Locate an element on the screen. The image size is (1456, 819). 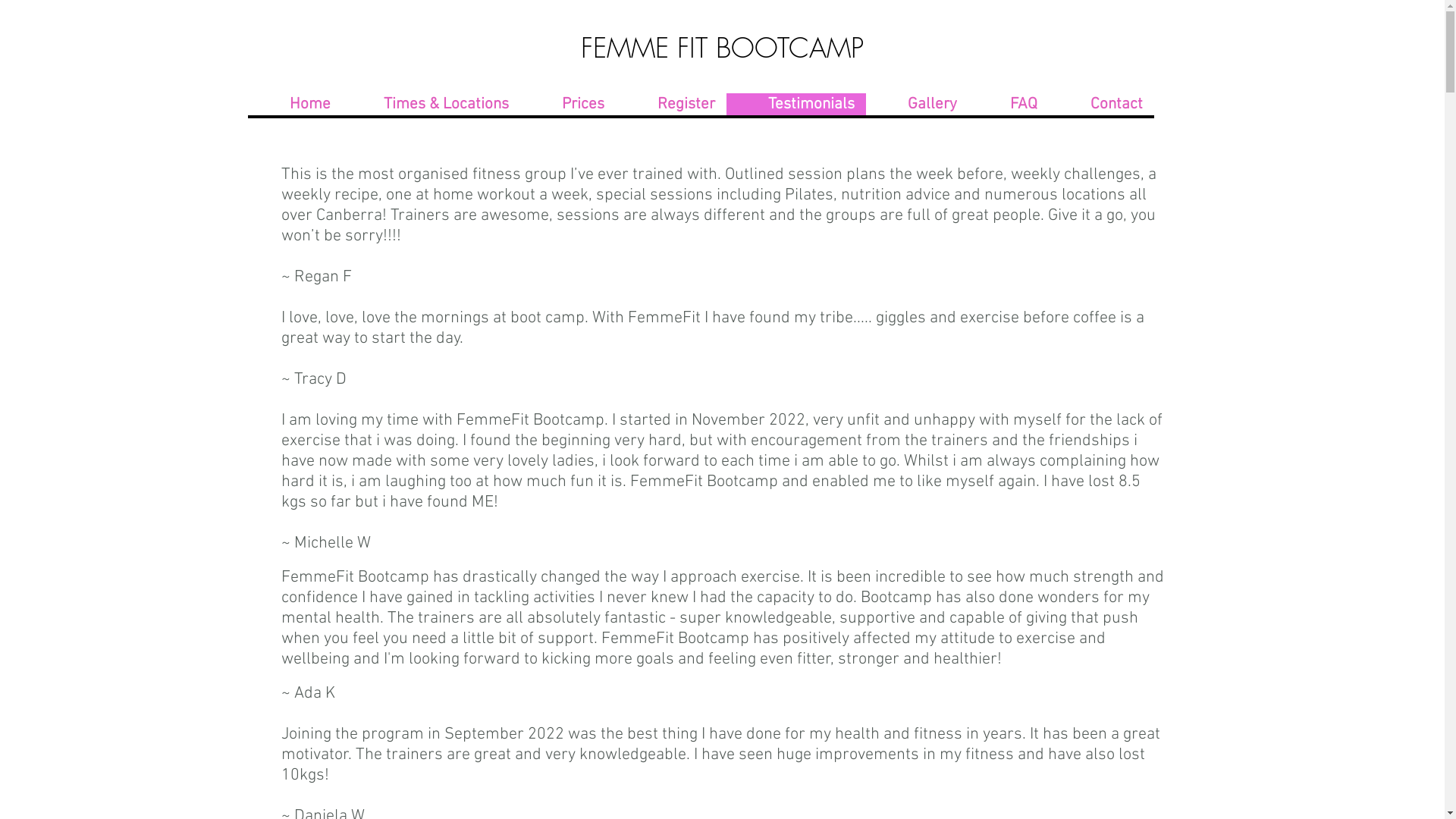
'Register' is located at coordinates (615, 103).